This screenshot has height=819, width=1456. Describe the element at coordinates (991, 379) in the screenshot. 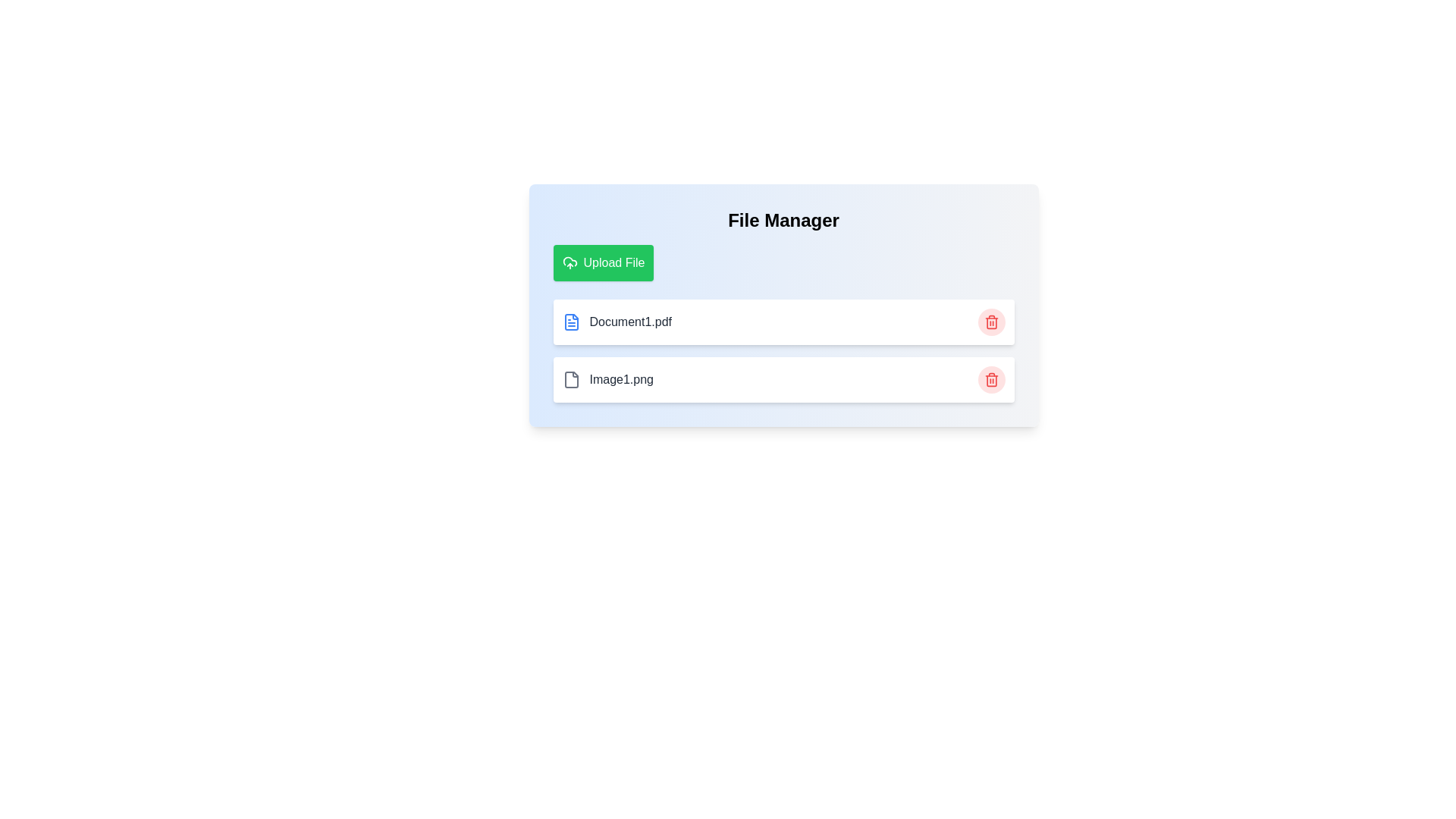

I see `the circular red button with a trash can icon, which is located at the right end of the second row corresponding to the file named 'Image1.png'` at that location.